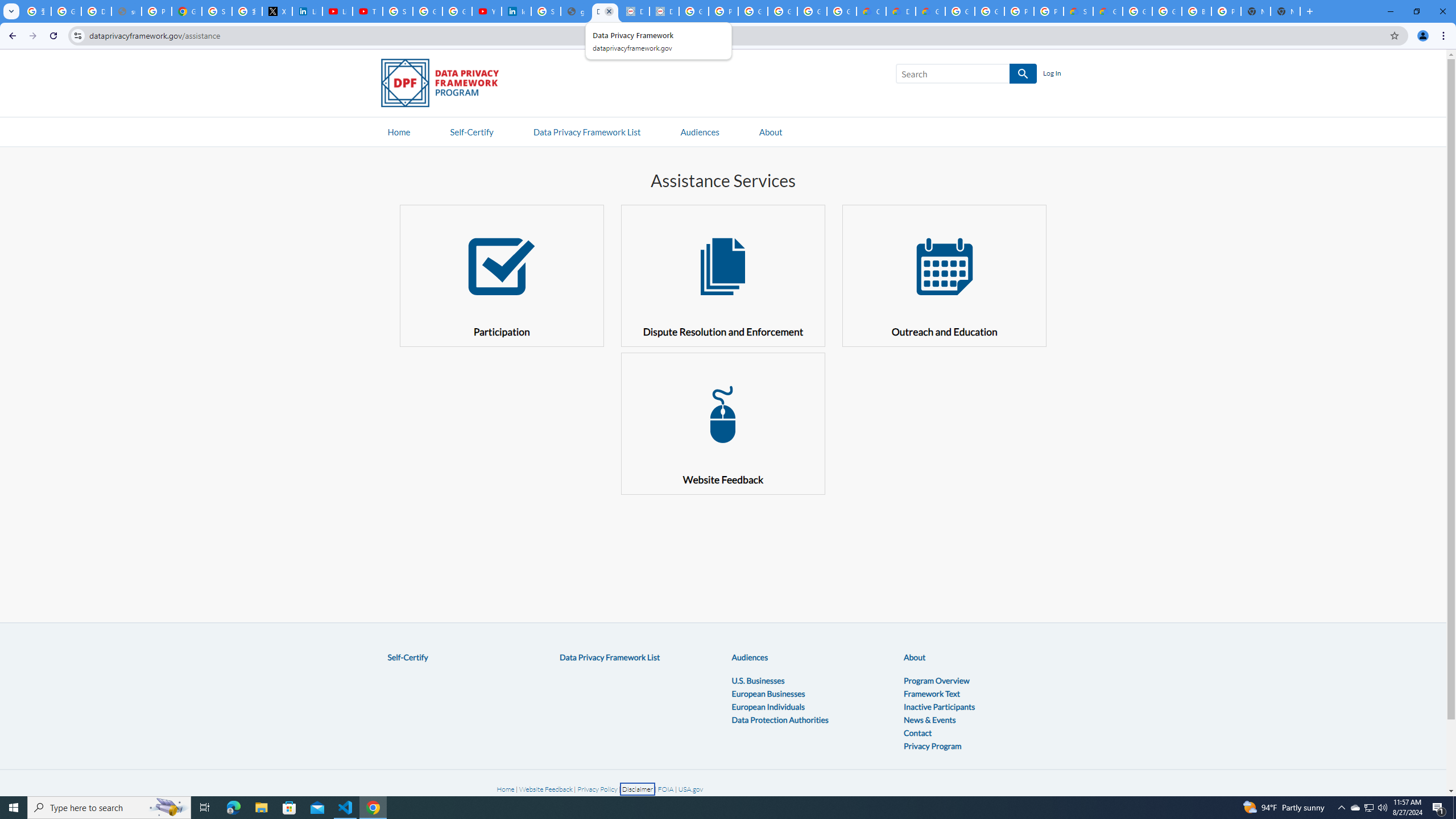 This screenshot has width=1456, height=819. What do you see at coordinates (445, 85) in the screenshot?
I see `'Data Privacy Framework Logo - Link to Homepage'` at bounding box center [445, 85].